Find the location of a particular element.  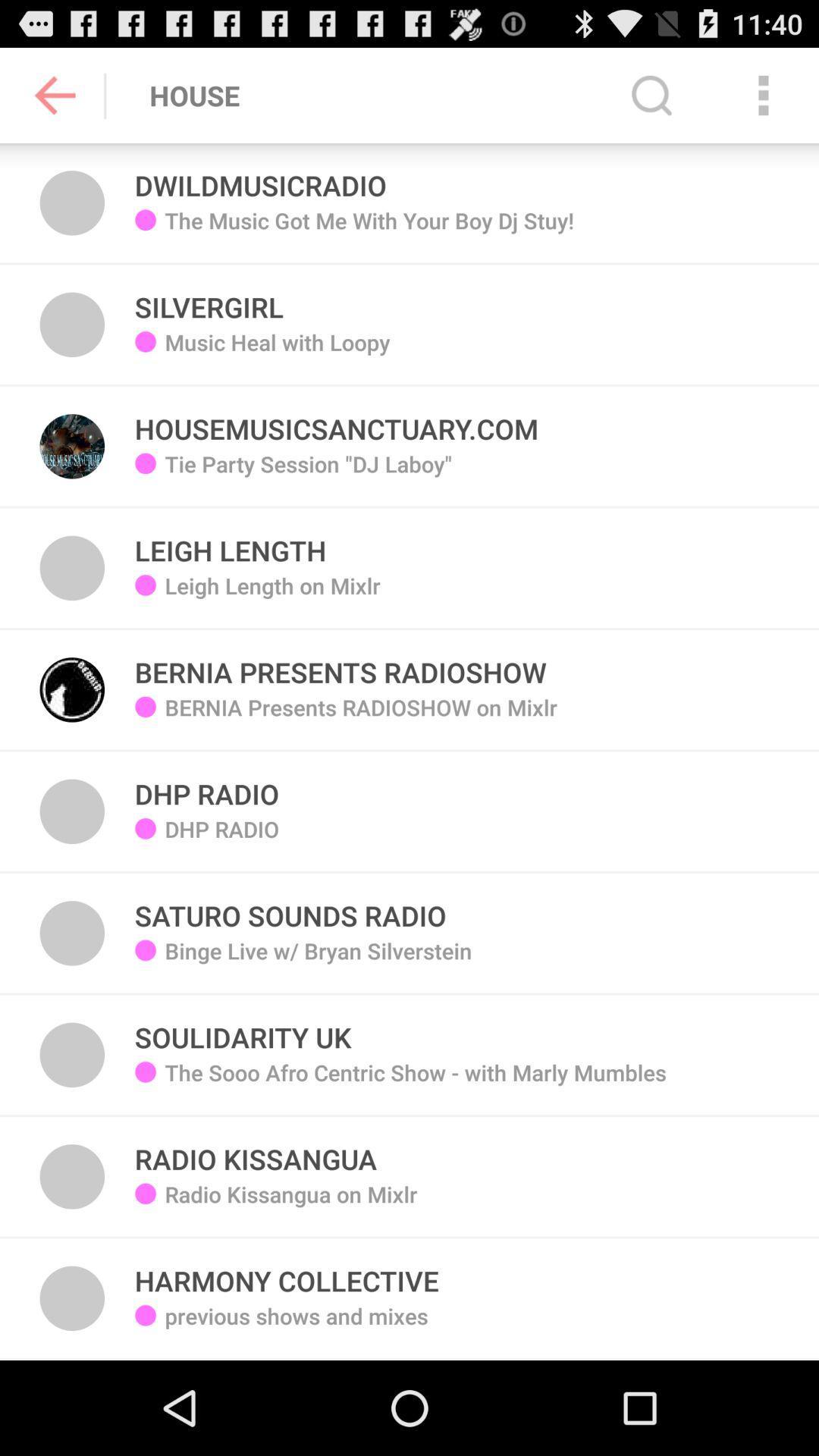

item below the binge live w icon is located at coordinates (416, 1083).